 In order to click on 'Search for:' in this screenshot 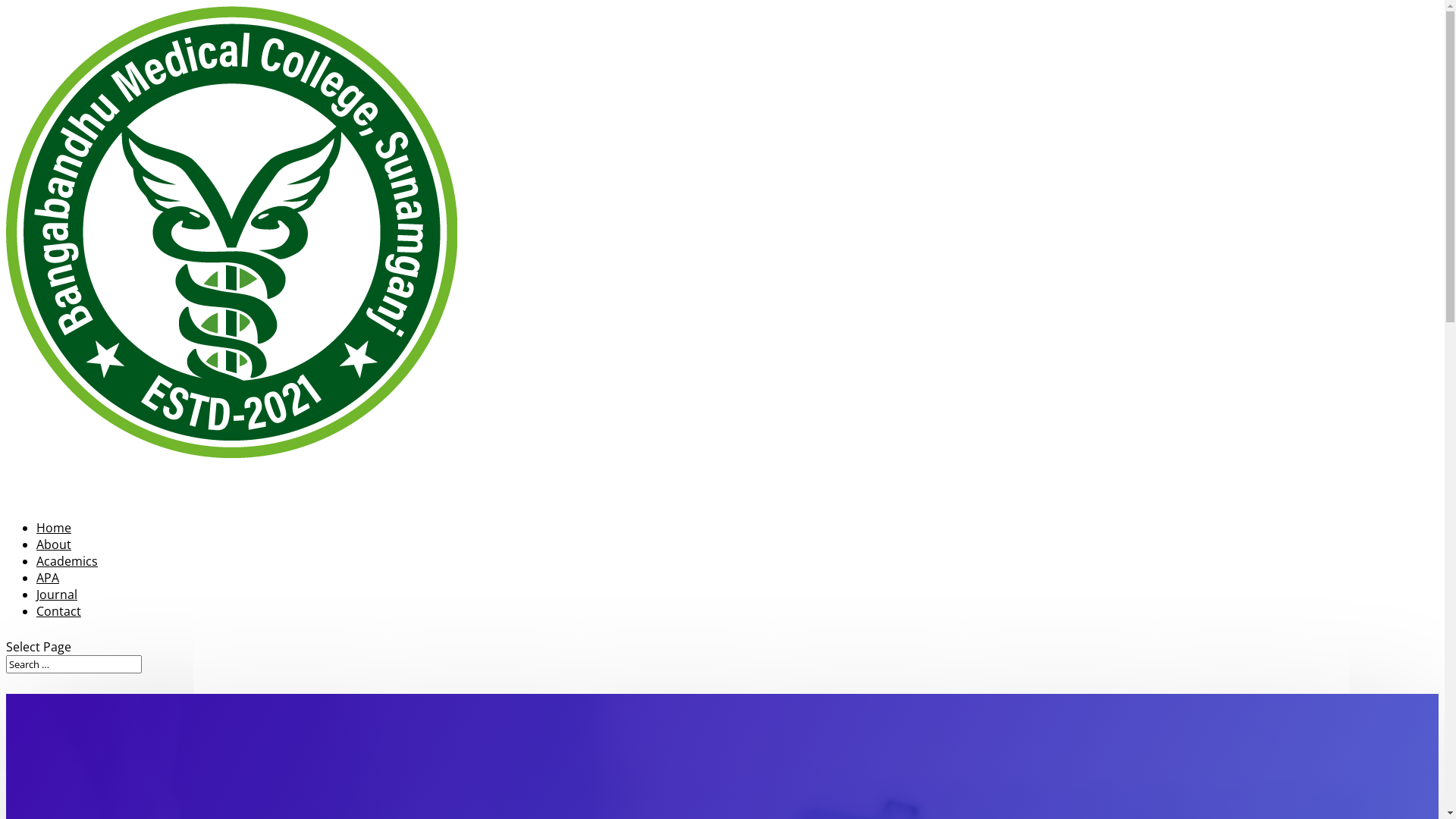, I will do `click(73, 663)`.